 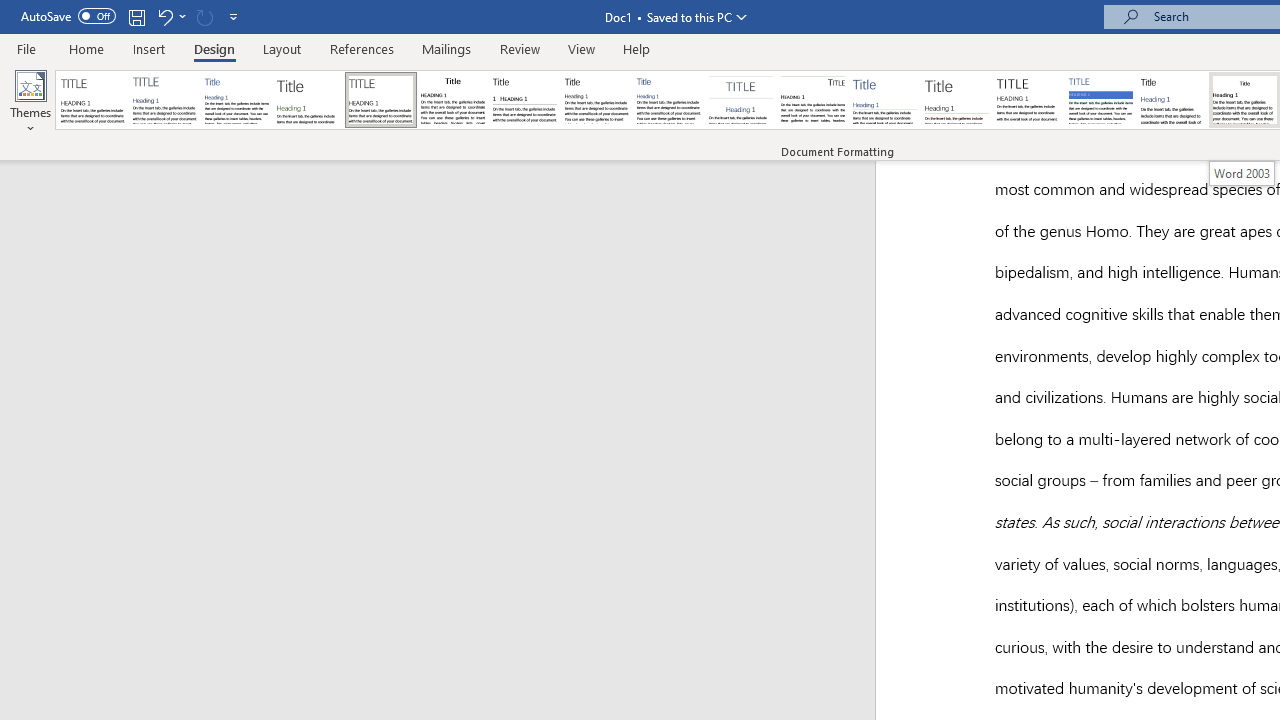 I want to click on 'Word', so click(x=1173, y=100).